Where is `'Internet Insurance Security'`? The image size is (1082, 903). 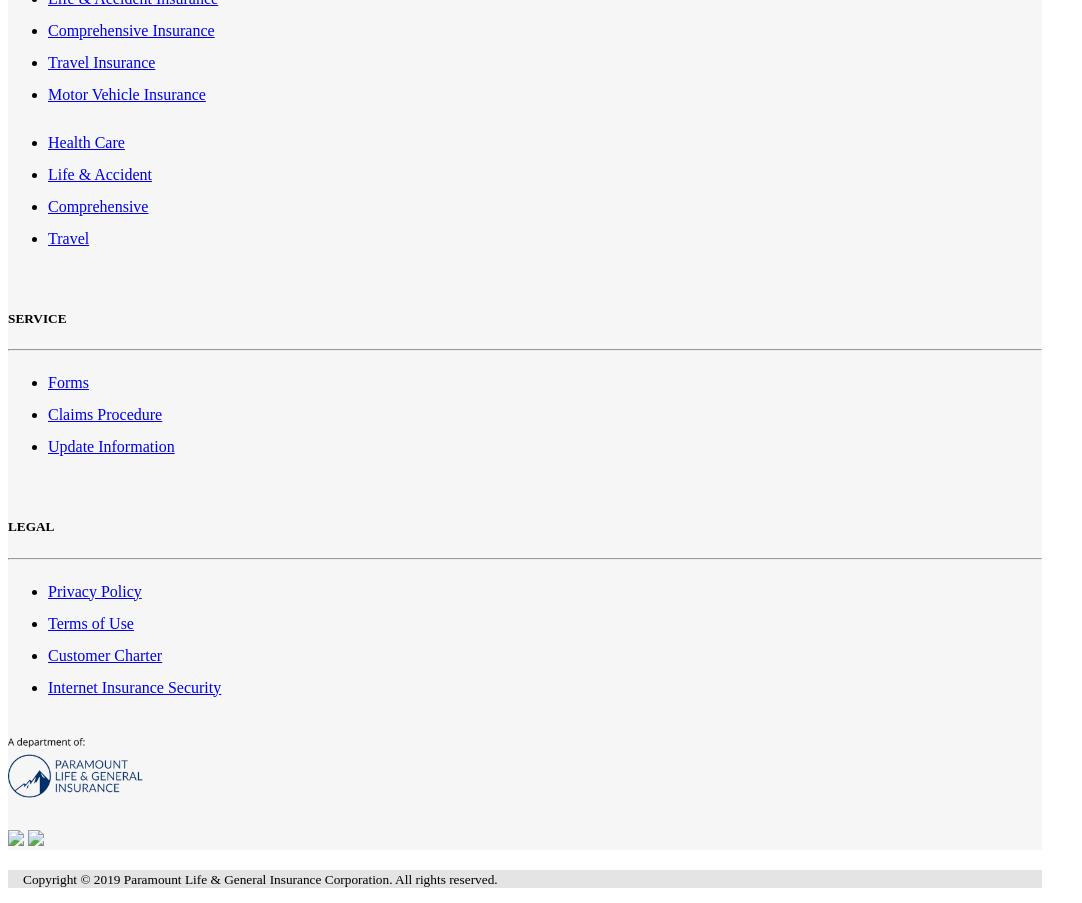 'Internet Insurance Security' is located at coordinates (134, 685).